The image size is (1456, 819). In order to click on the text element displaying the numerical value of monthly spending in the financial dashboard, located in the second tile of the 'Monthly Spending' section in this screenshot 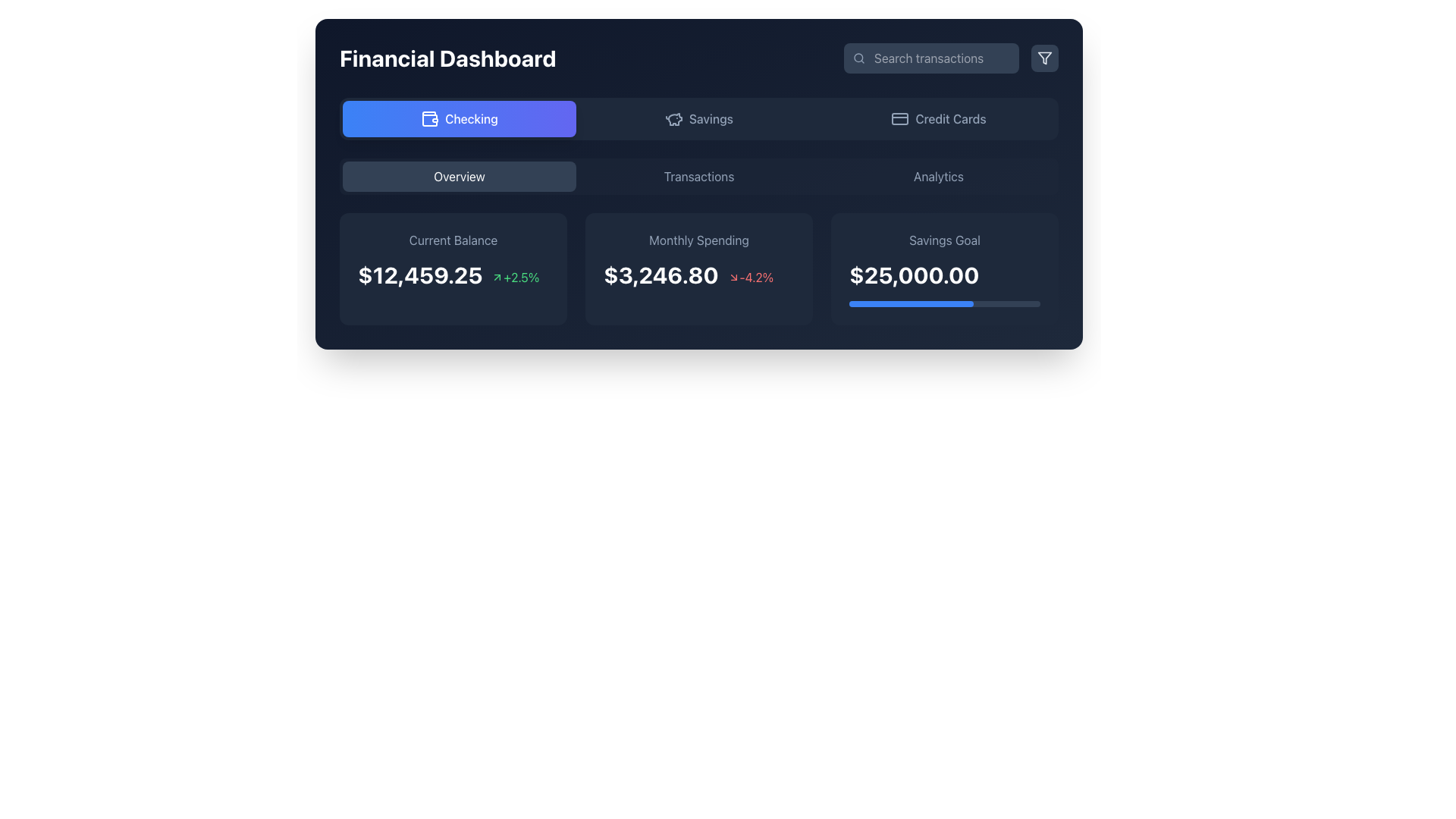, I will do `click(661, 275)`.